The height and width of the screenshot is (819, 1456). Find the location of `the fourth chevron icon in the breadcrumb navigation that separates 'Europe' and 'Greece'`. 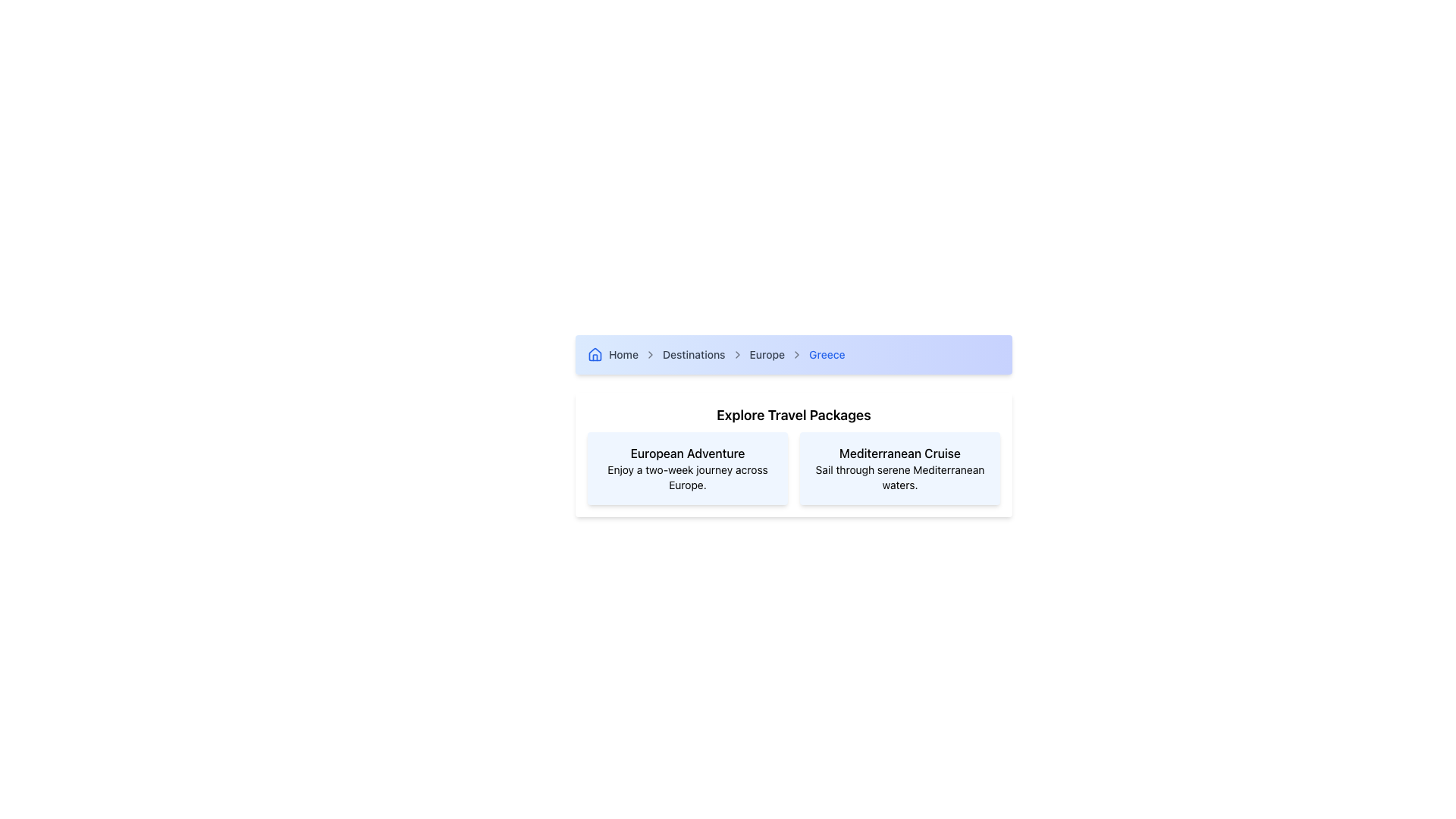

the fourth chevron icon in the breadcrumb navigation that separates 'Europe' and 'Greece' is located at coordinates (796, 354).